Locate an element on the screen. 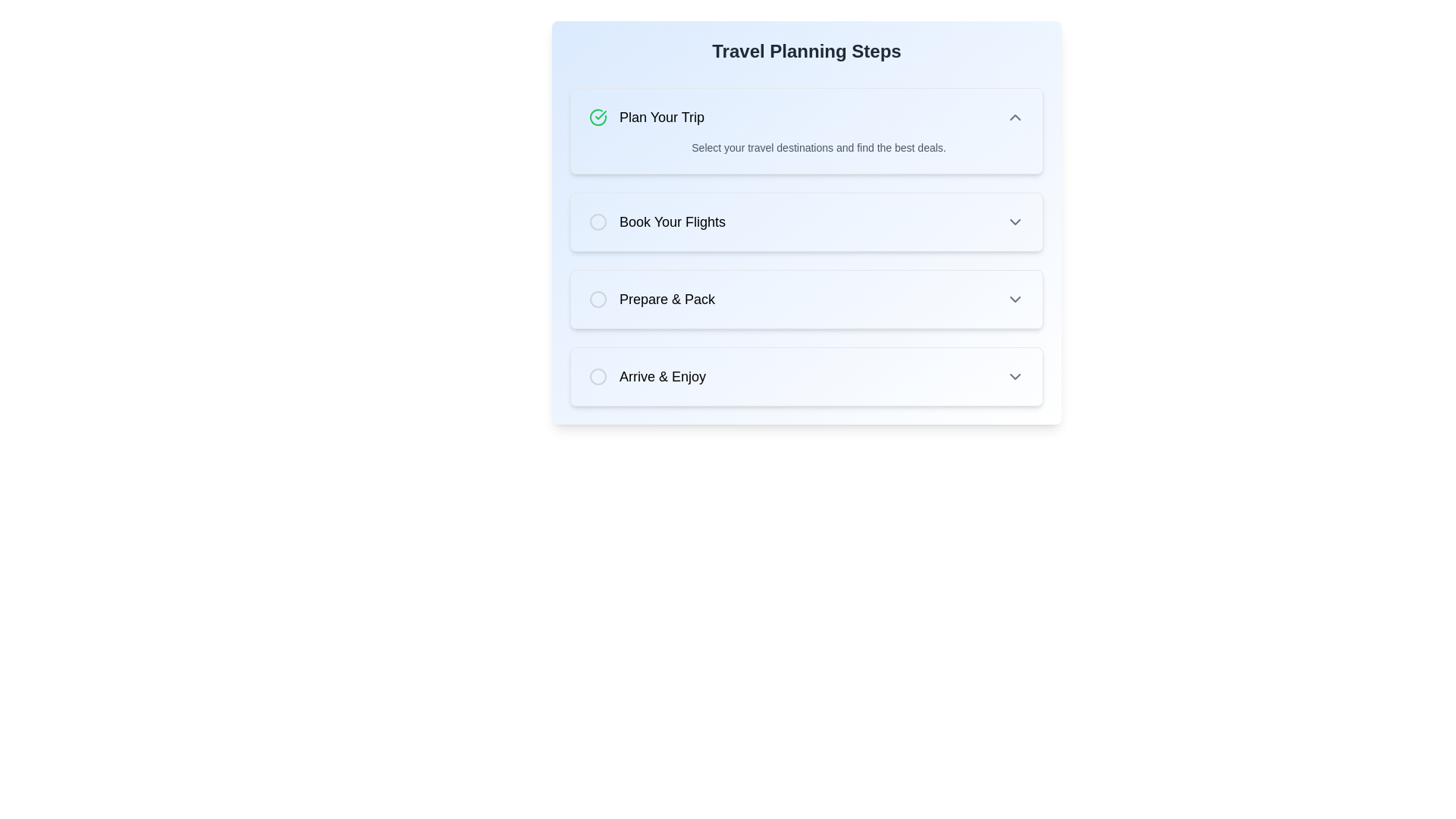  the List item labeled 'Arrive & Enjoy' in the 'Travel Planning Steps' section is located at coordinates (806, 376).